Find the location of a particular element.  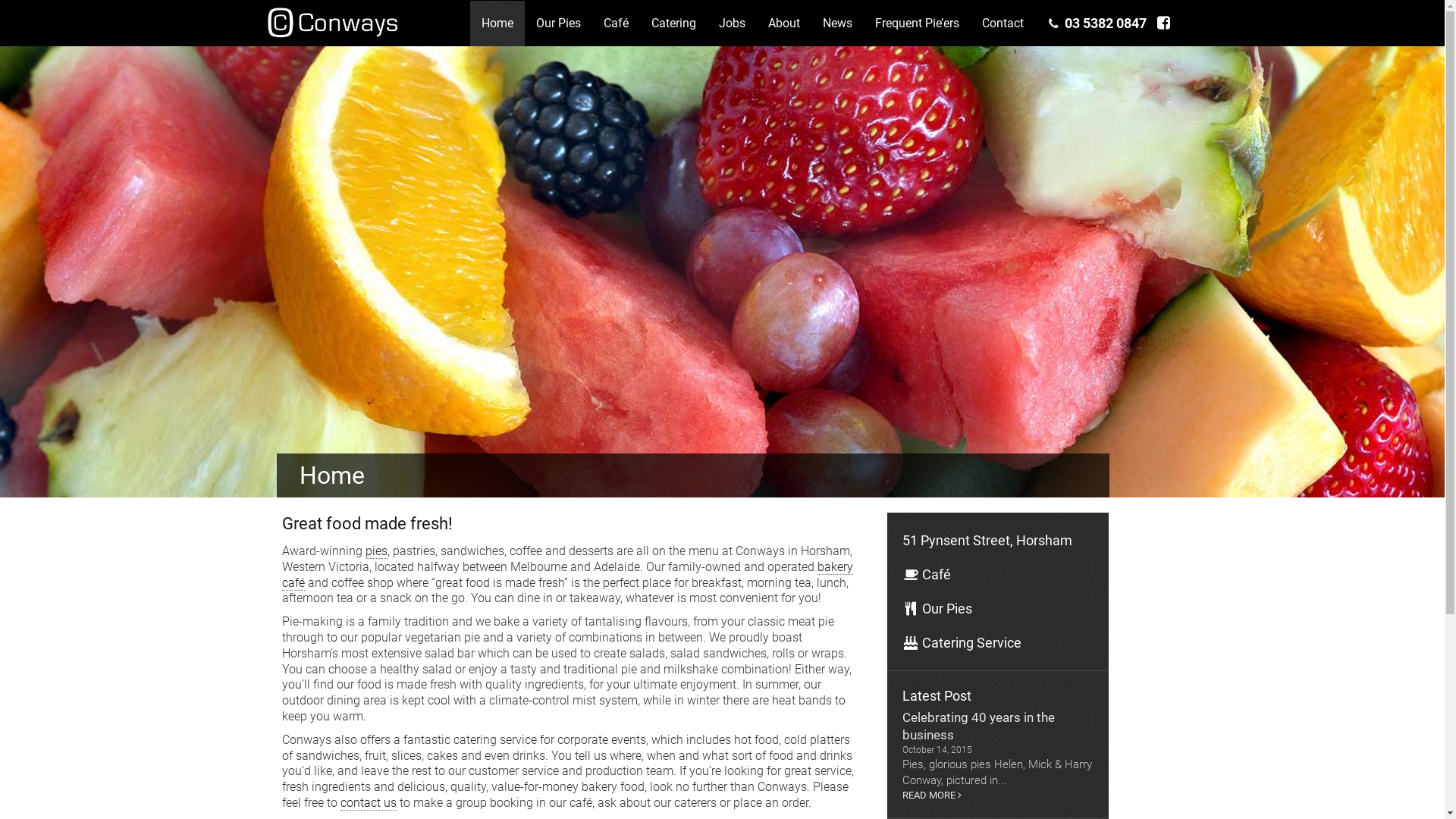

'Celebrating 40 years in the business' is located at coordinates (997, 725).